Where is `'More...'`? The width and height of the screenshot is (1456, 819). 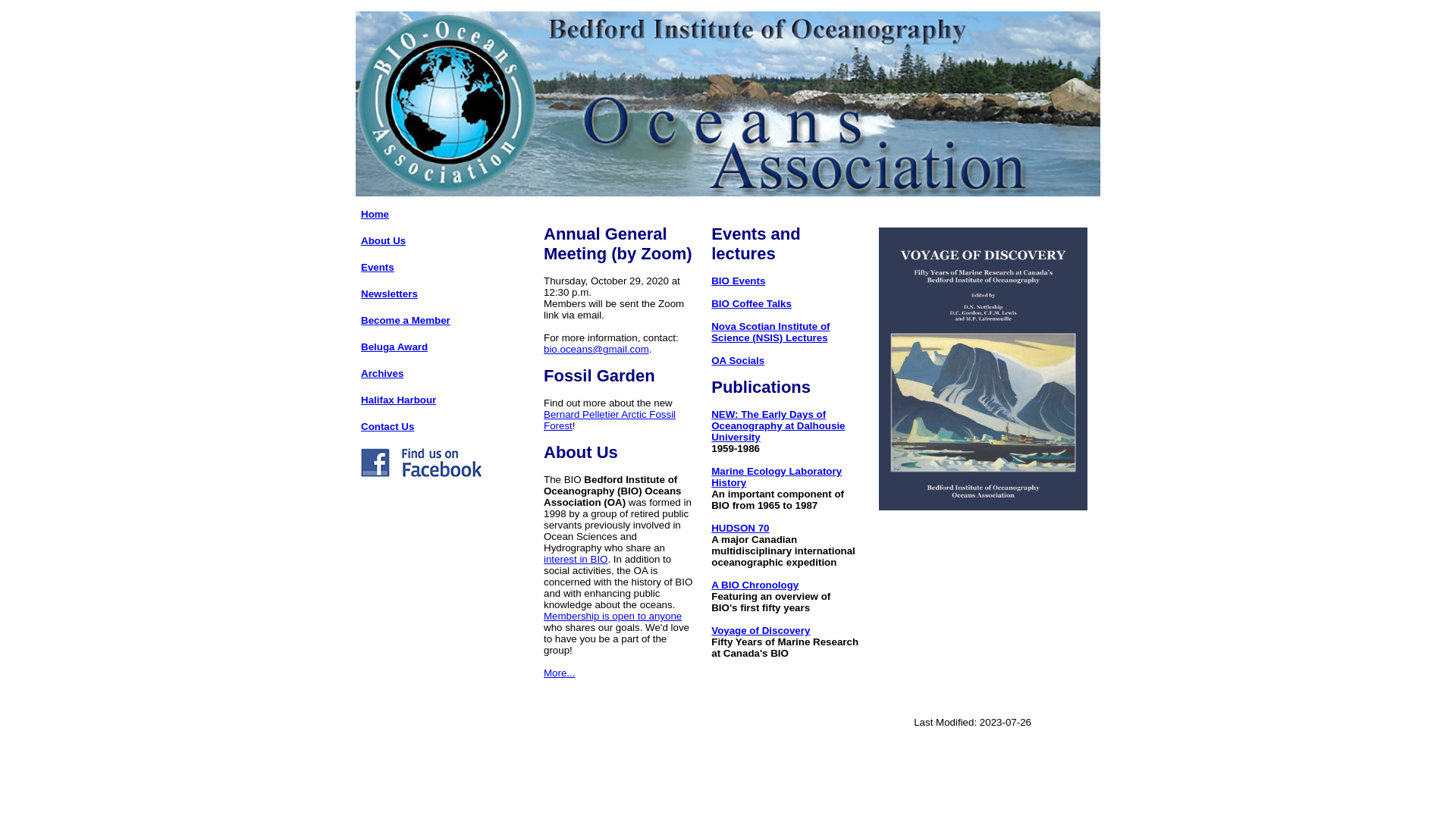 'More...' is located at coordinates (558, 672).